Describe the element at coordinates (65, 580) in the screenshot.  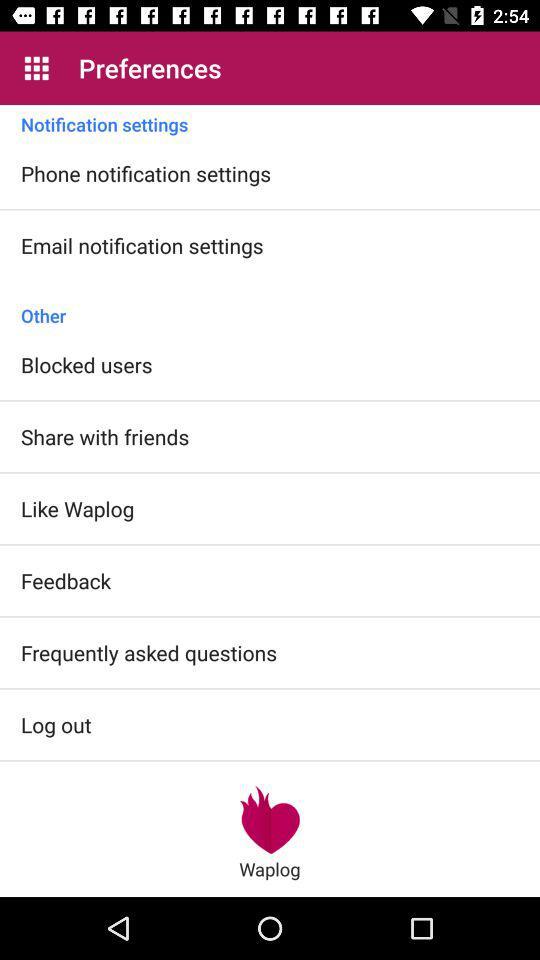
I see `the icon below the like waplog icon` at that location.